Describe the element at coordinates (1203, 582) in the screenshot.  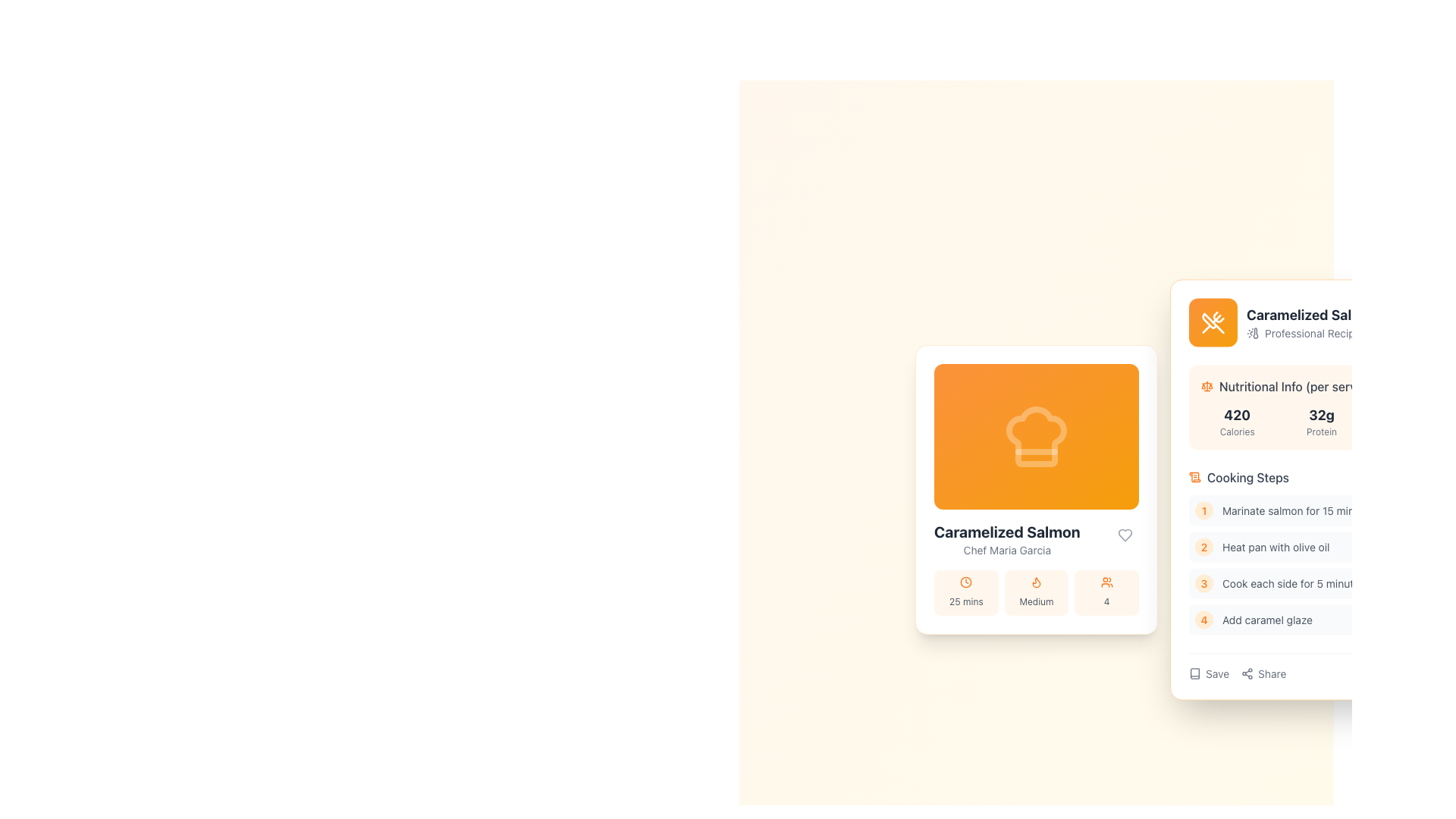
I see `the Badge element that serves as a step indicator for step 3 of the cooking instruction, which visually represents the order of the step and is positioned before the step description 'Cook each side for 5 minutes'` at that location.